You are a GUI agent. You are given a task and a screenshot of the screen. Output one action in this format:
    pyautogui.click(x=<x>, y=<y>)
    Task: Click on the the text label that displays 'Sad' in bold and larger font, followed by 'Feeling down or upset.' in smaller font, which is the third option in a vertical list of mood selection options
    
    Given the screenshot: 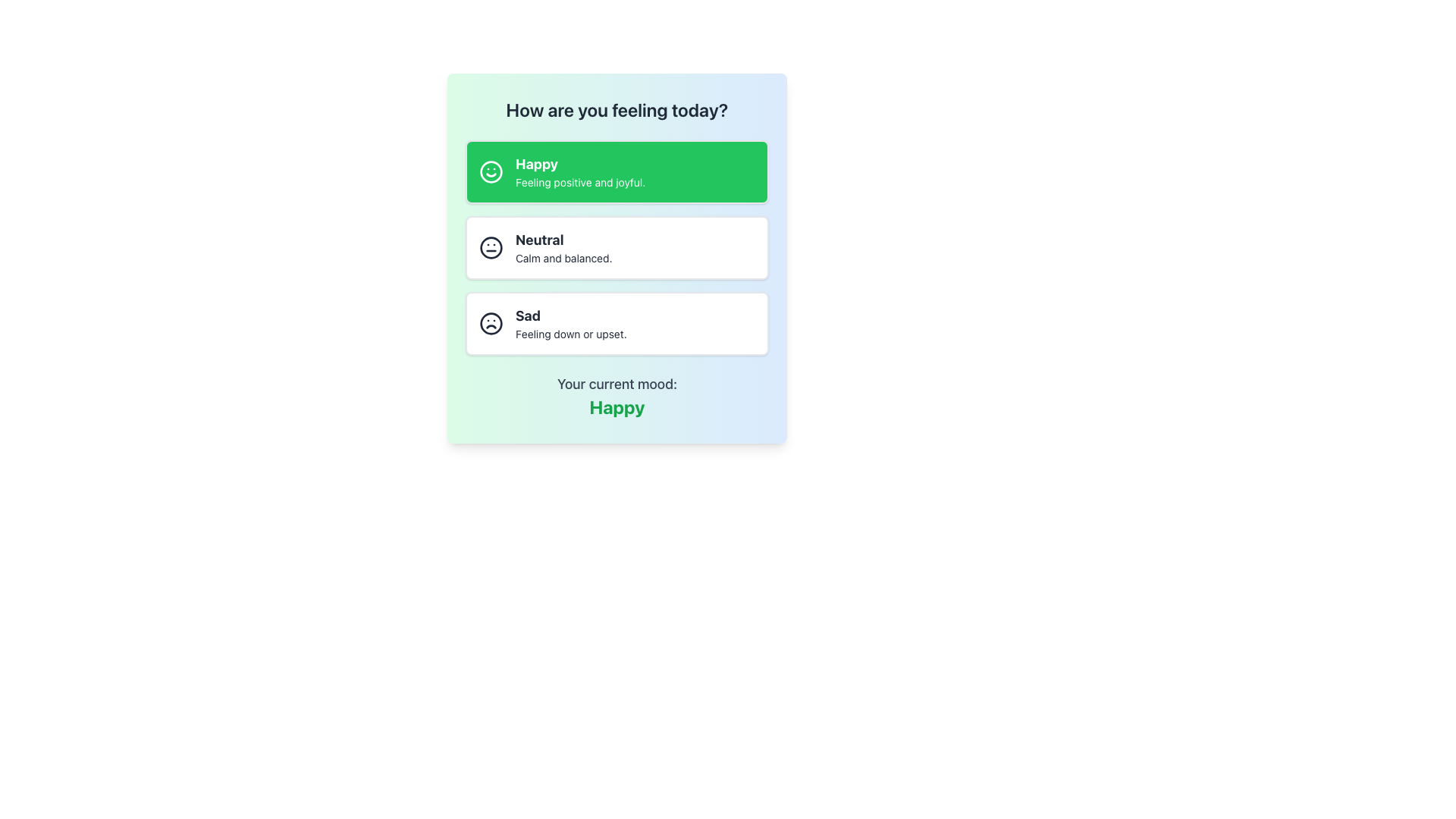 What is the action you would take?
    pyautogui.click(x=570, y=323)
    